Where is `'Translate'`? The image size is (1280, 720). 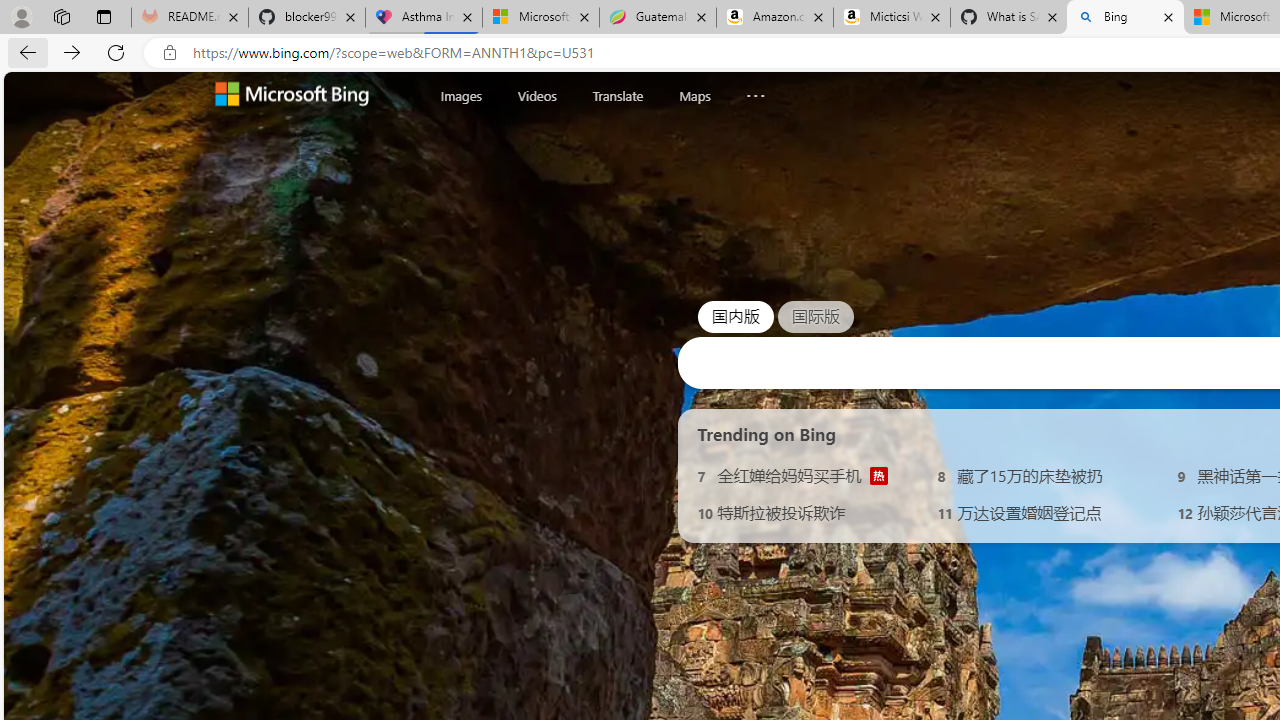 'Translate' is located at coordinates (616, 95).